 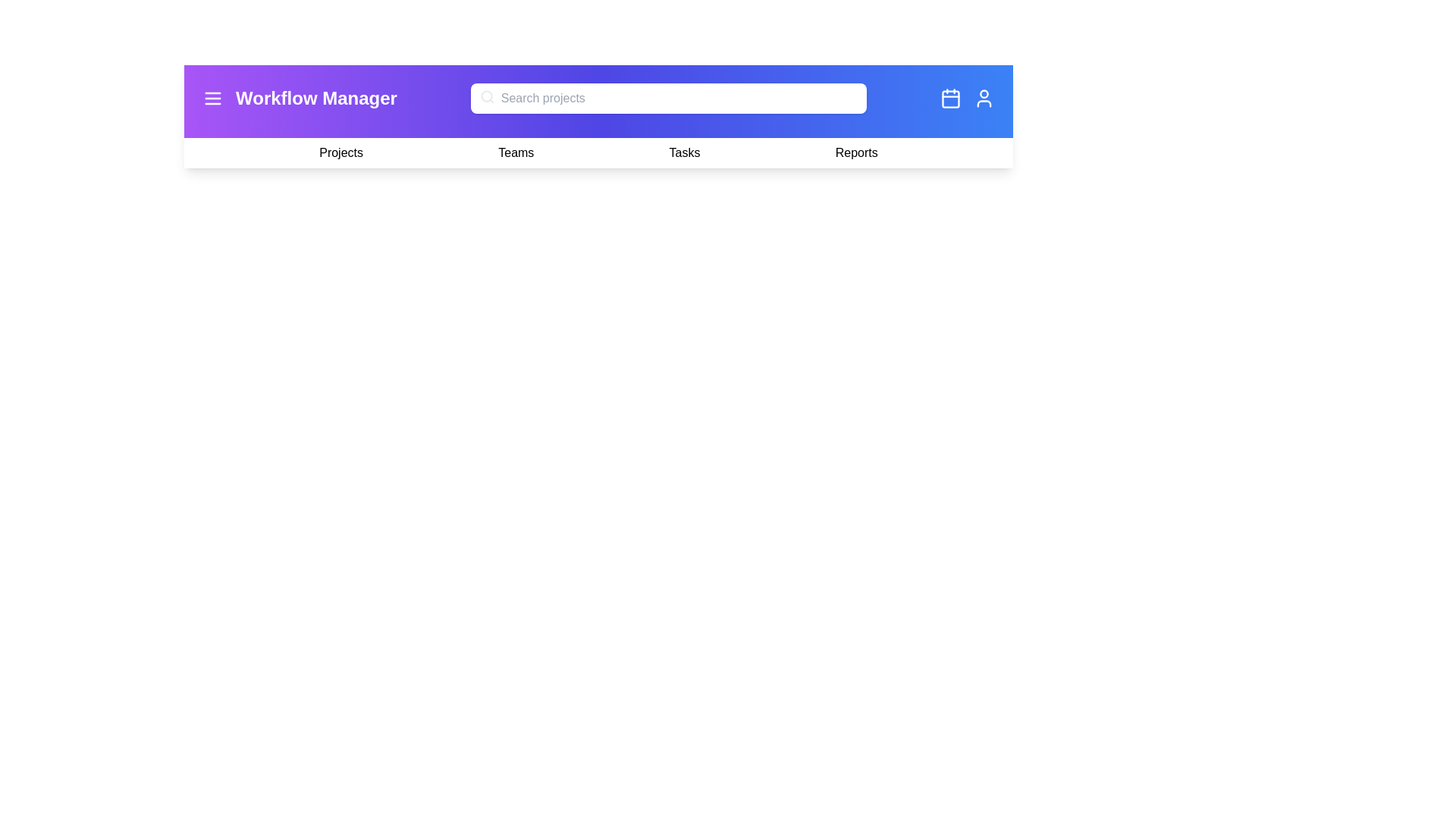 I want to click on the navigation link to navigate to the Projects section, so click(x=340, y=152).